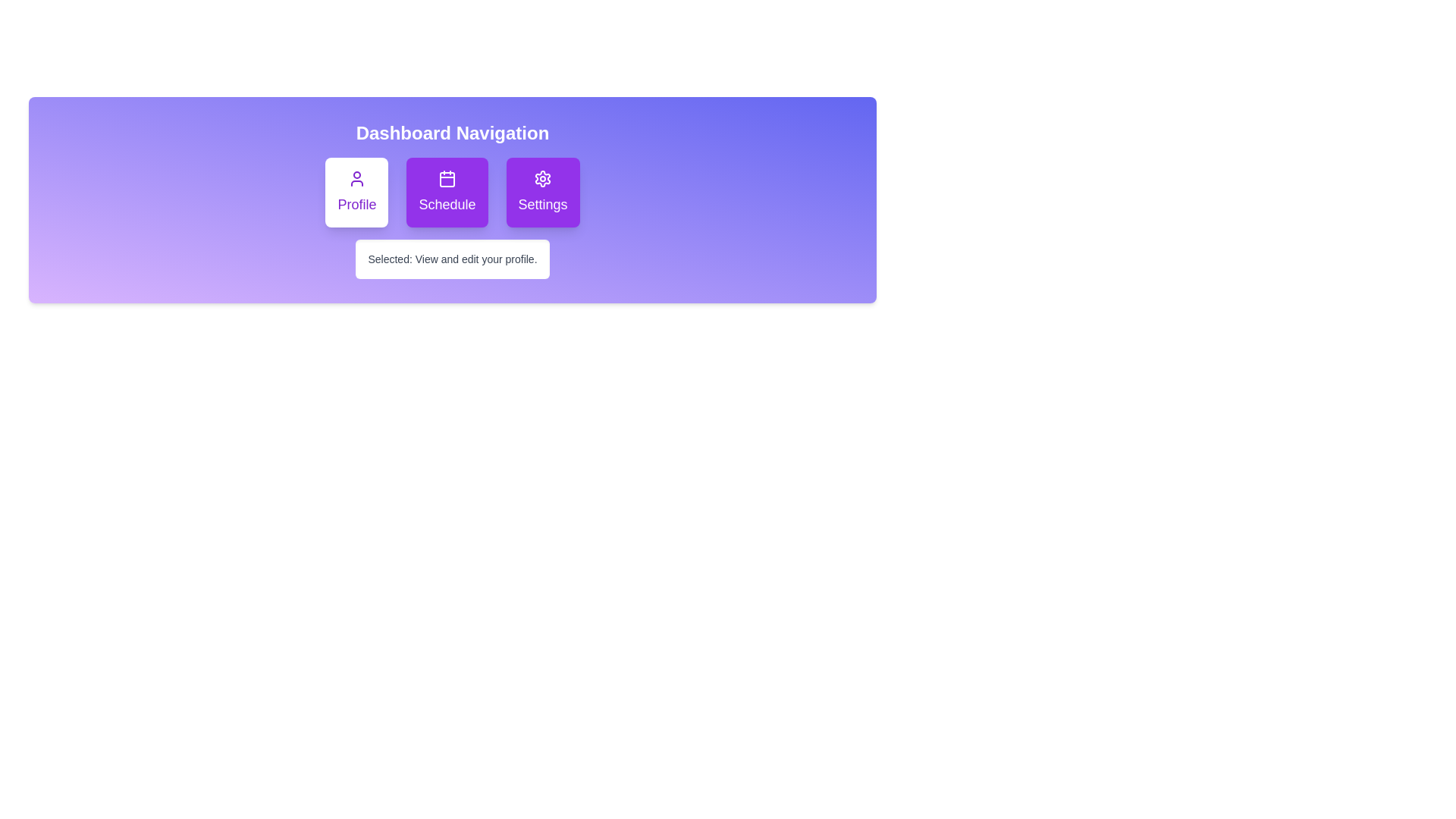 The width and height of the screenshot is (1456, 819). Describe the element at coordinates (542, 205) in the screenshot. I see `the 'Settings' text label, which is styled with a medium bold font and located at the bottom of a card with a purple background, below a settings gear icon` at that location.